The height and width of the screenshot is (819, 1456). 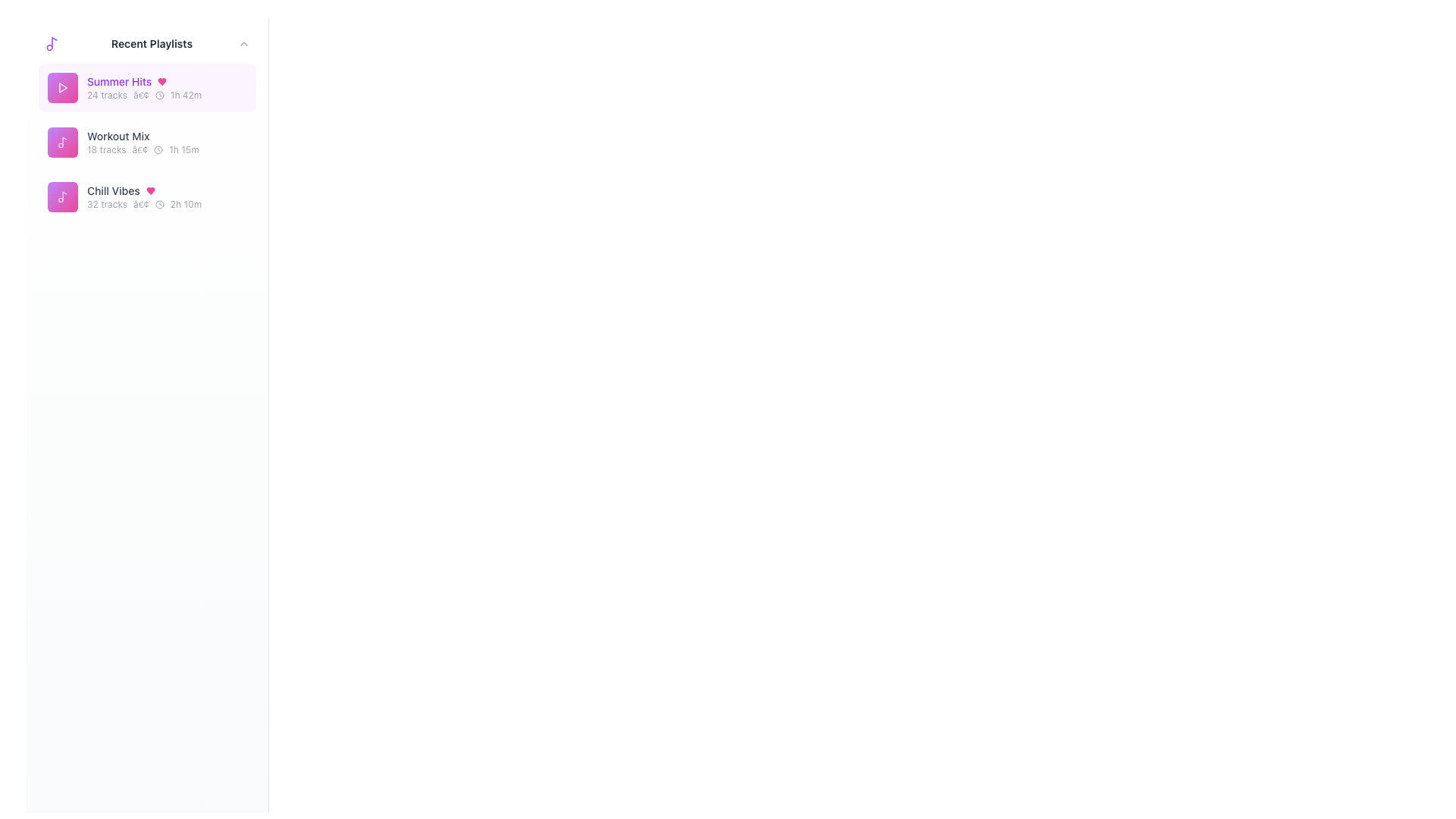 What do you see at coordinates (152, 42) in the screenshot?
I see `the 'Recent Playlists' text label, which is a bold dark gray sans-serif font located in the top-left area of the interface` at bounding box center [152, 42].